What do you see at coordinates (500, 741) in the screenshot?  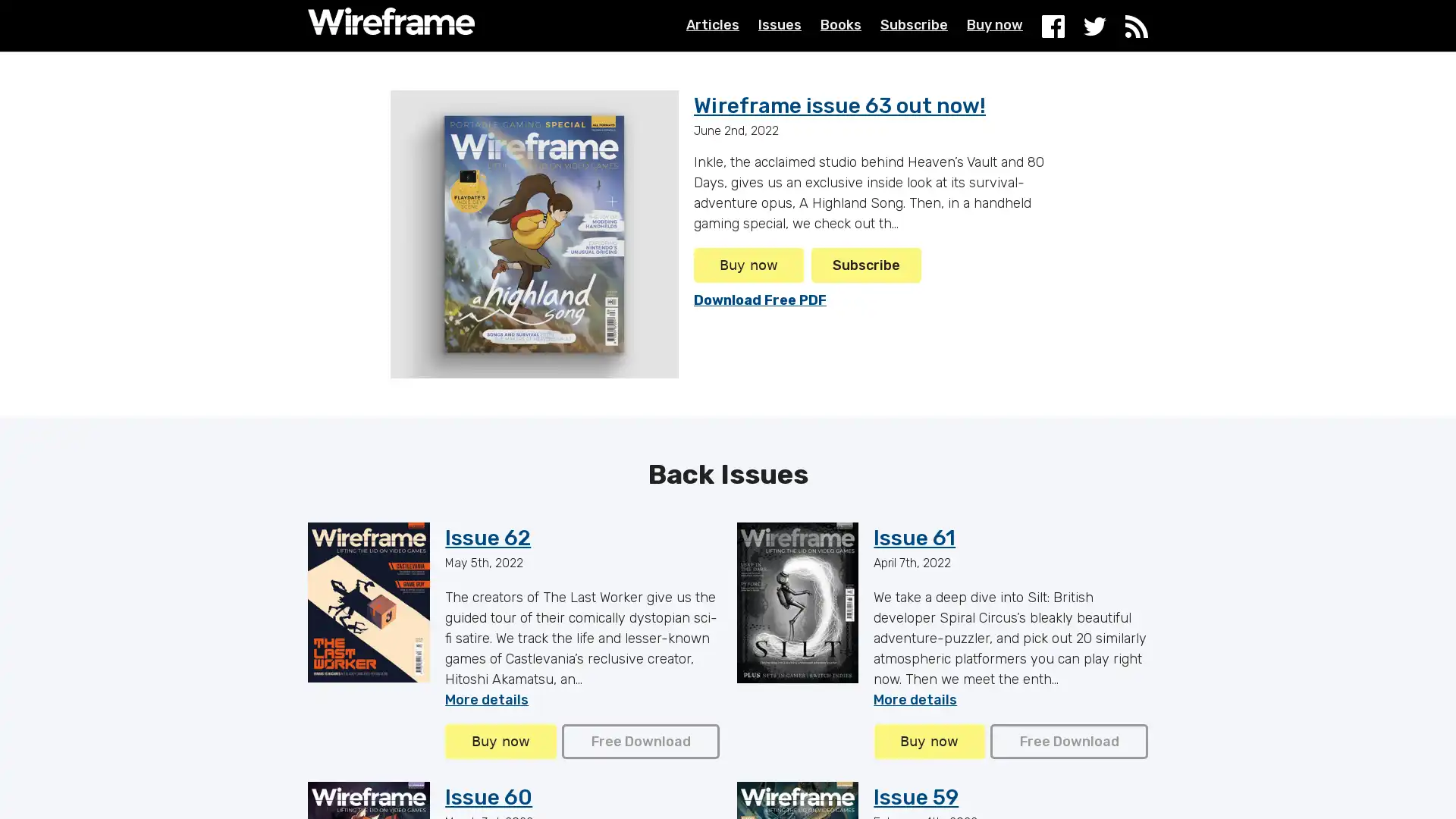 I see `Buy now` at bounding box center [500, 741].